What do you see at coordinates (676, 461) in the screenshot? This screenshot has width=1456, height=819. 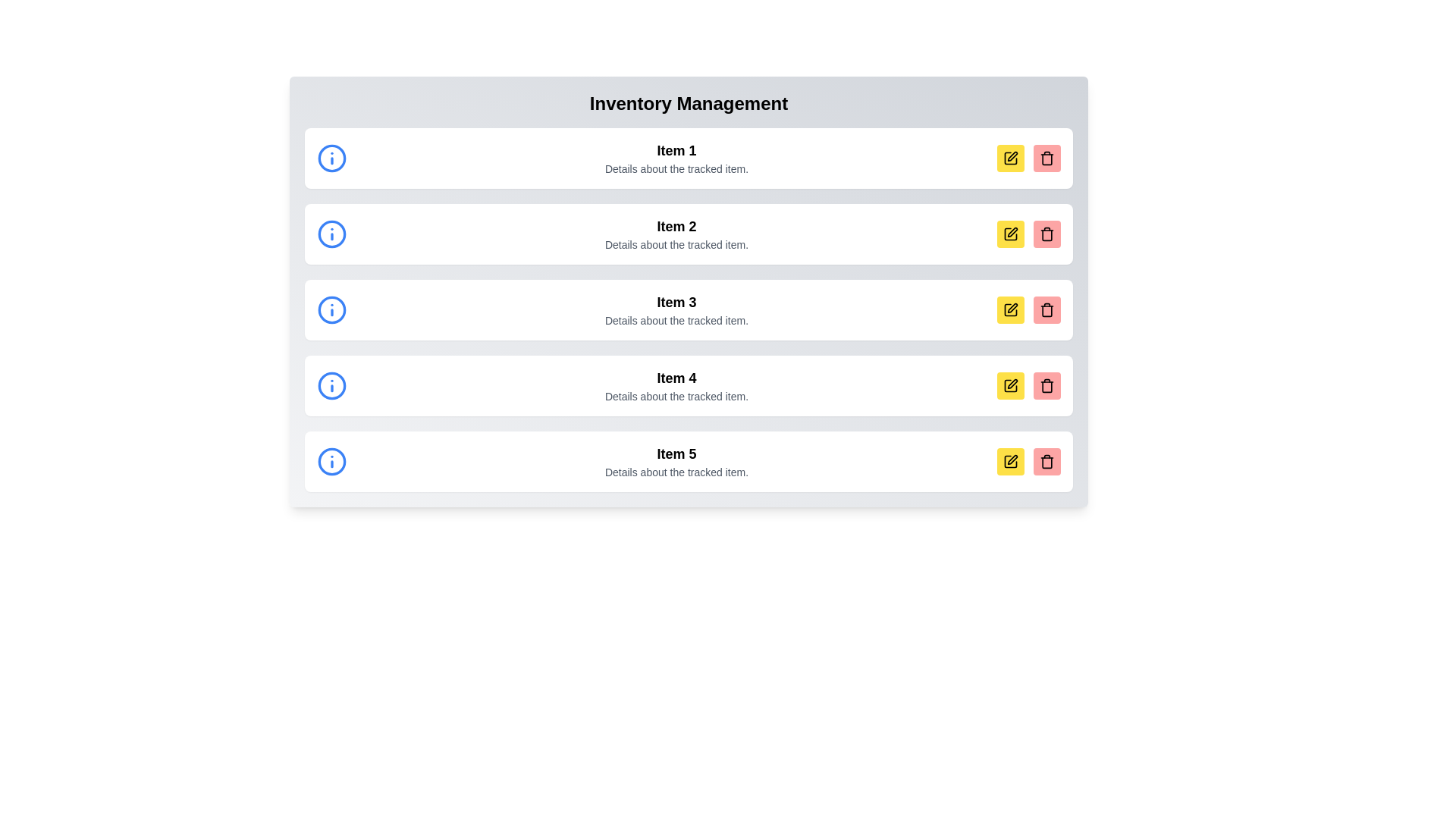 I see `the Text display area that shows 'Item 5' in bold, with the description 'Details about the tracked item.' below it, located in the fifth row from the top` at bounding box center [676, 461].